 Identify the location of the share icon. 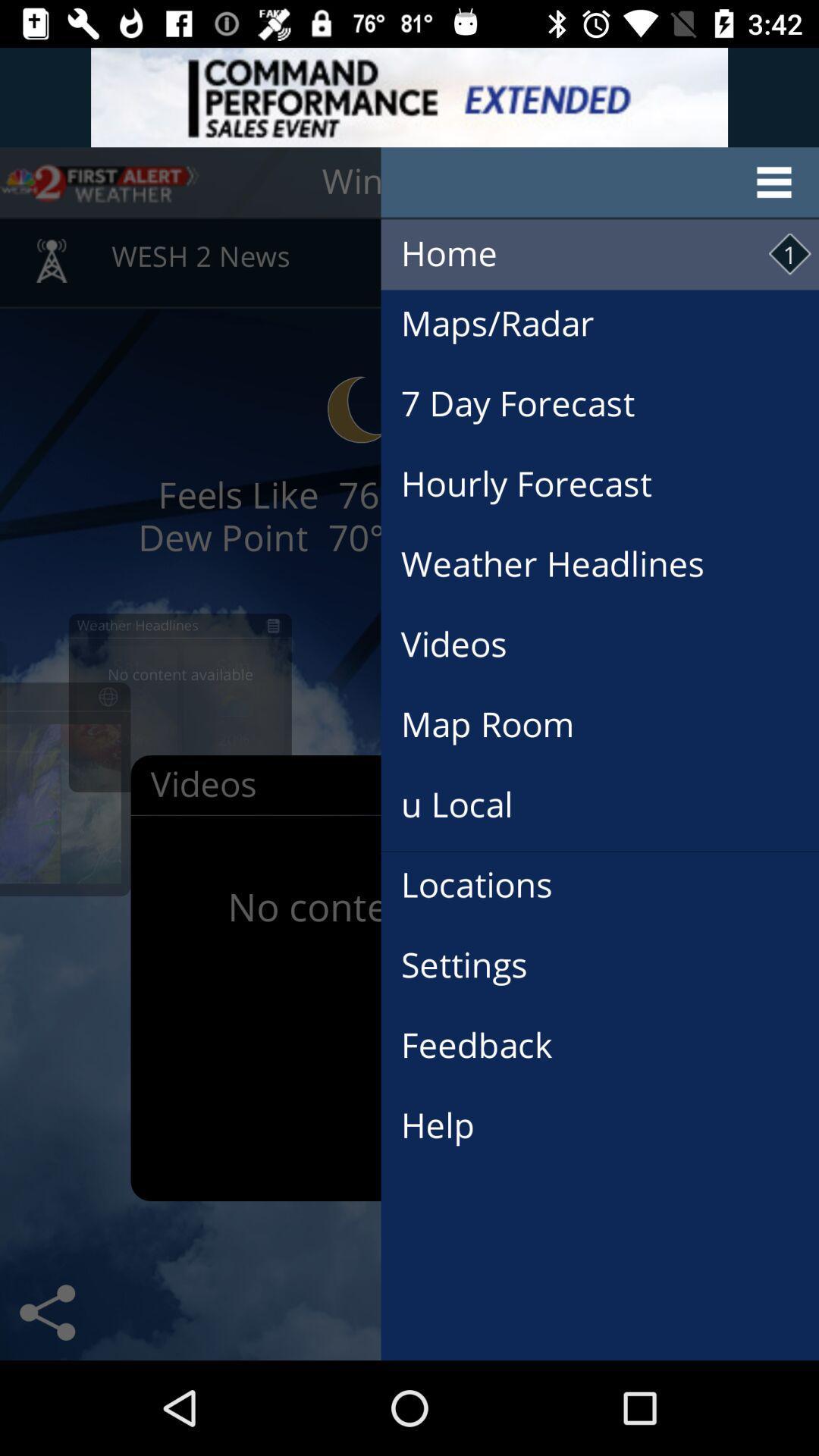
(46, 1312).